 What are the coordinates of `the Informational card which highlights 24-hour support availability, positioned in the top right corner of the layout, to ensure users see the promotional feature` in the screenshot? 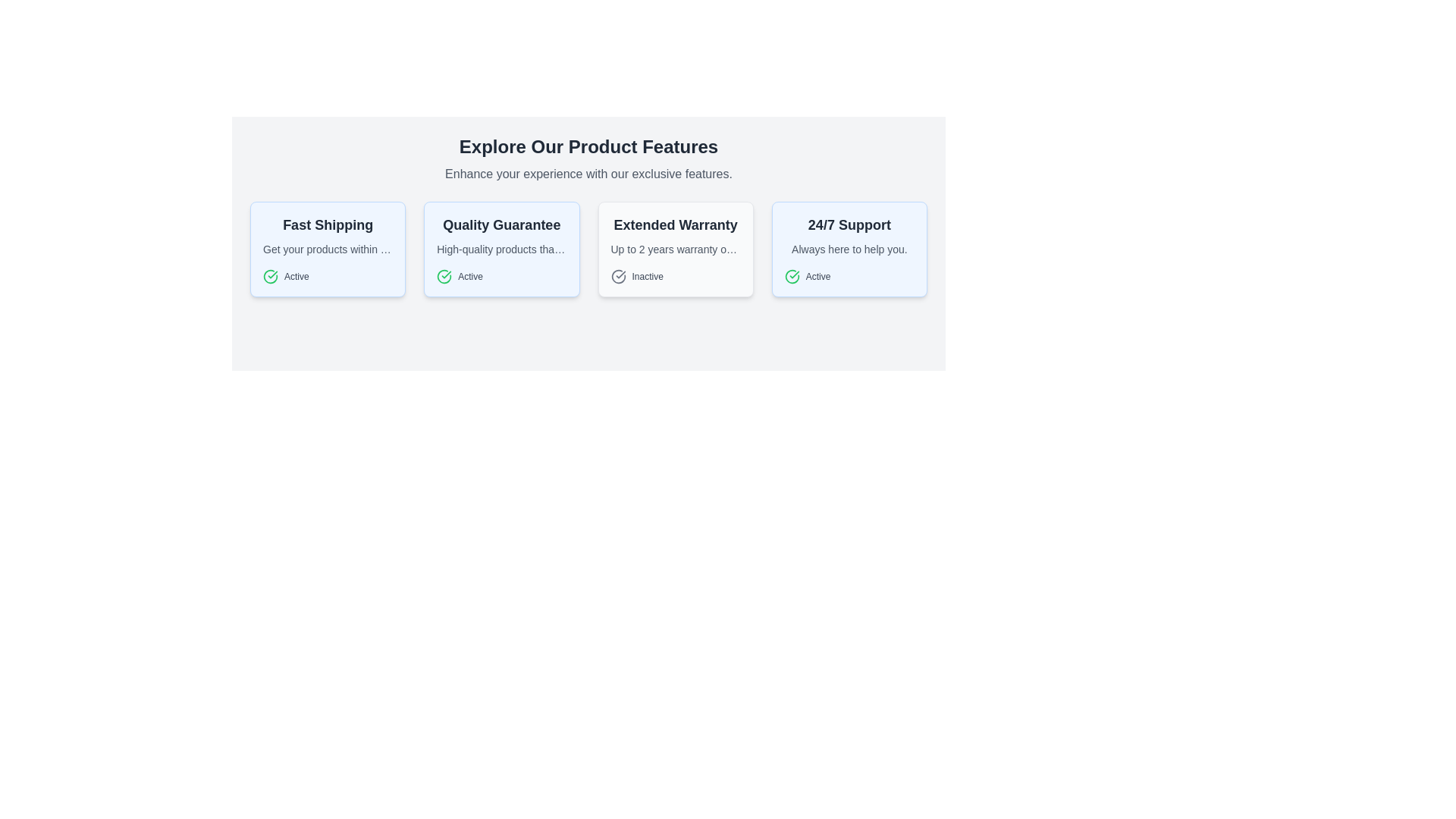 It's located at (849, 248).